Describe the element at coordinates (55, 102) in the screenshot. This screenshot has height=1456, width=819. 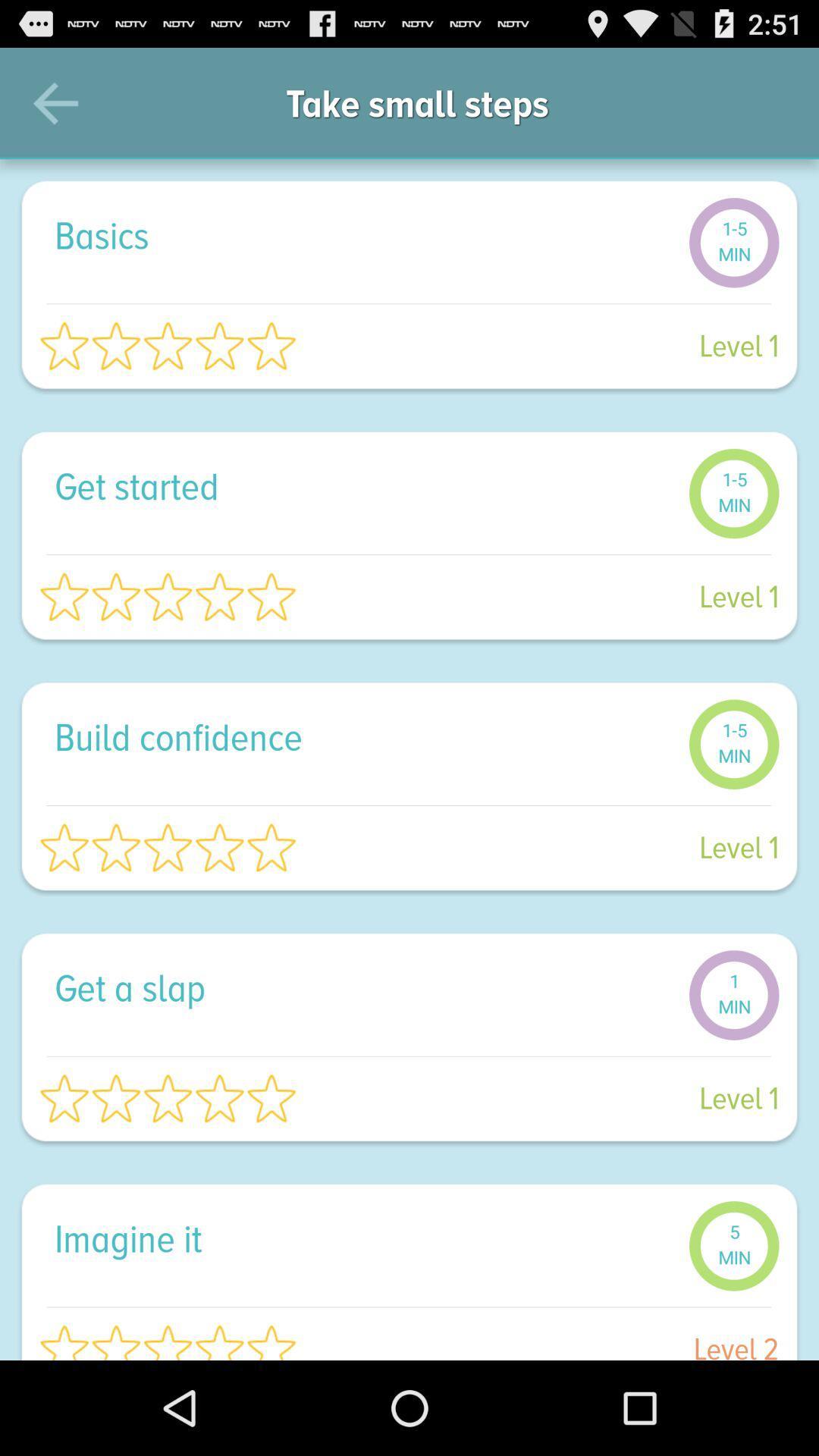
I see `icon next to take small steps icon` at that location.